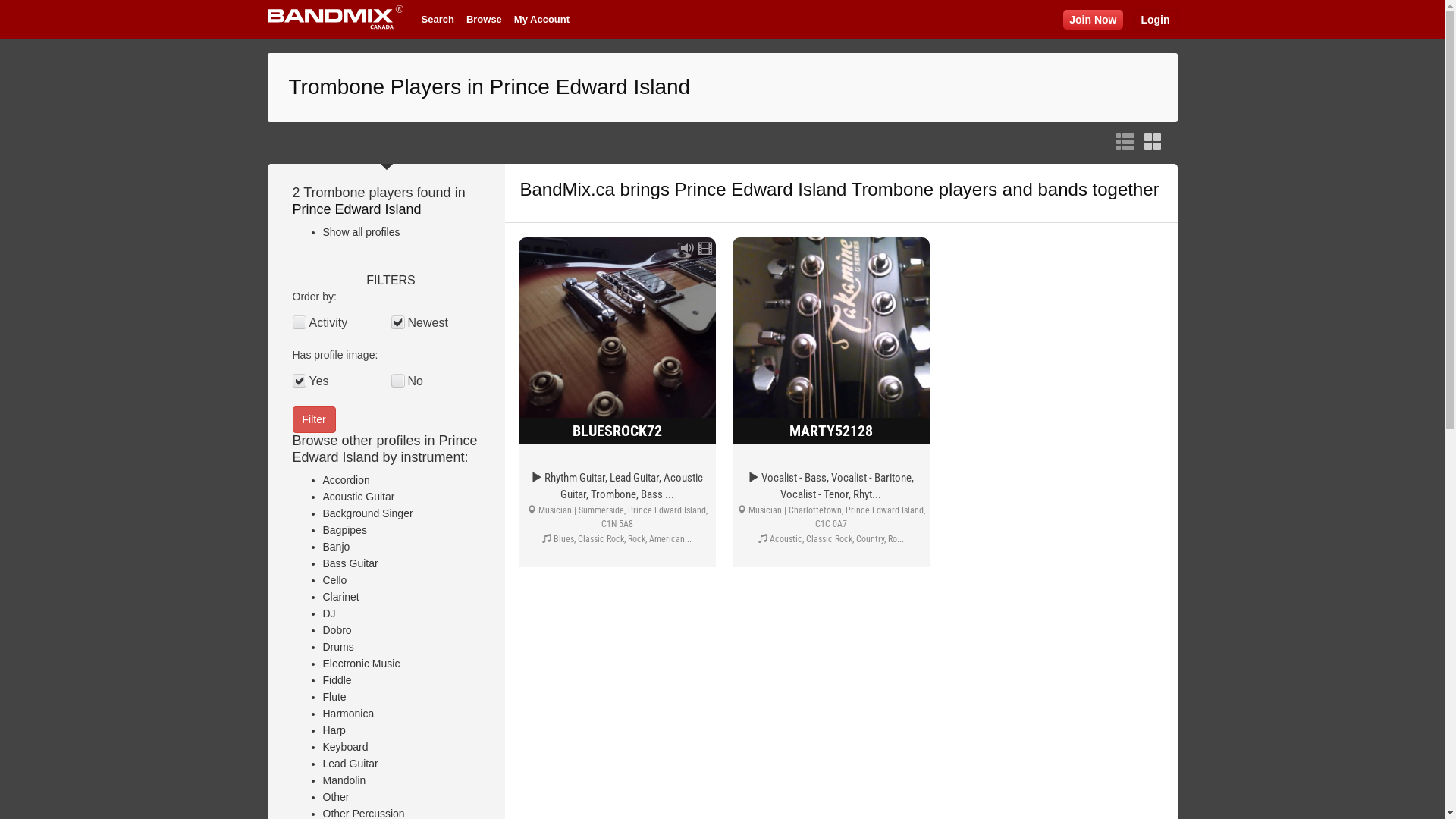 This screenshot has width=1456, height=819. I want to click on 'Clarinet', so click(340, 595).